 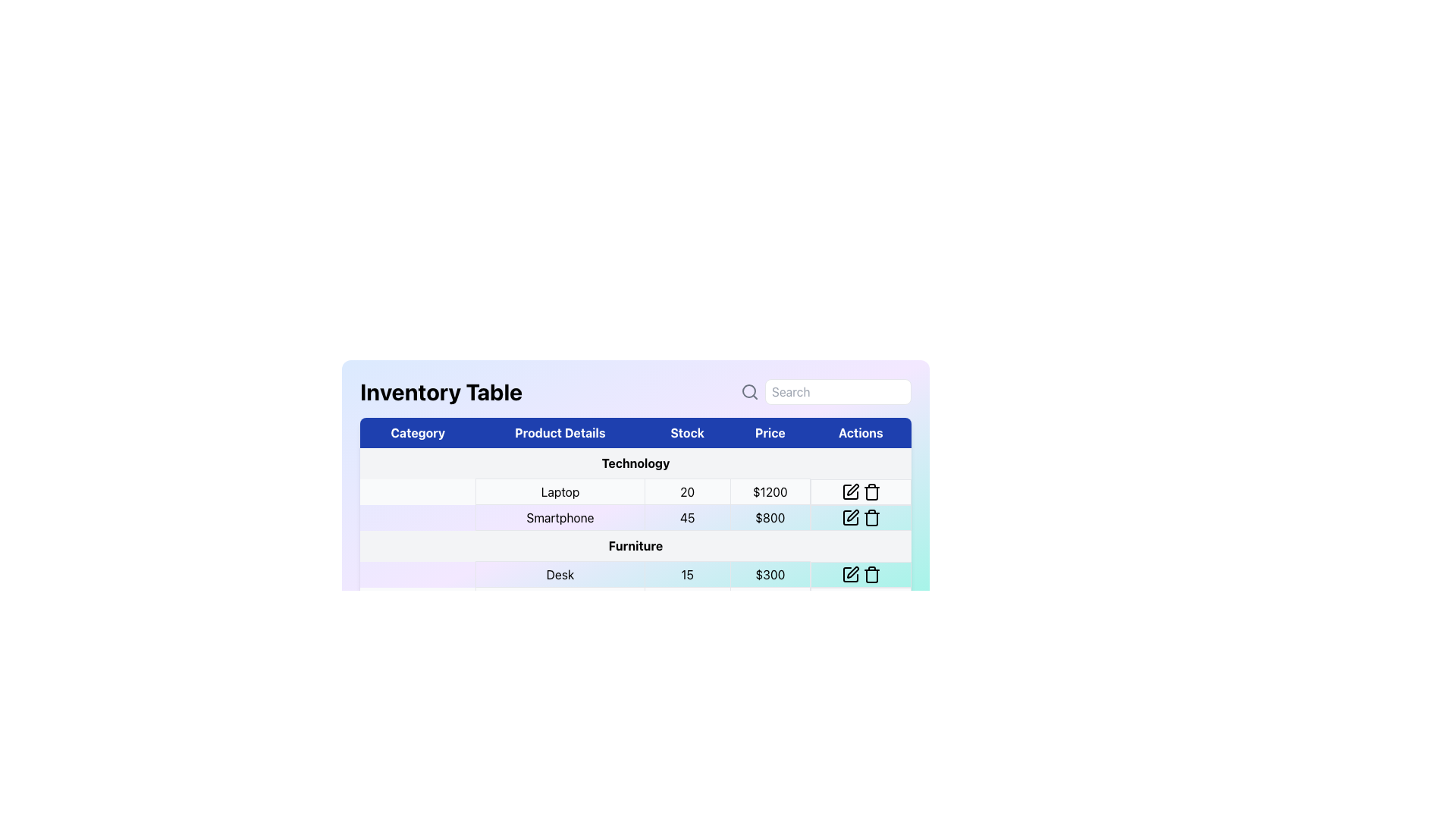 I want to click on the Table Section Header that groups and labels rows of data related to the 'Technology' category, located in the first row of the table's body section, so click(x=635, y=463).